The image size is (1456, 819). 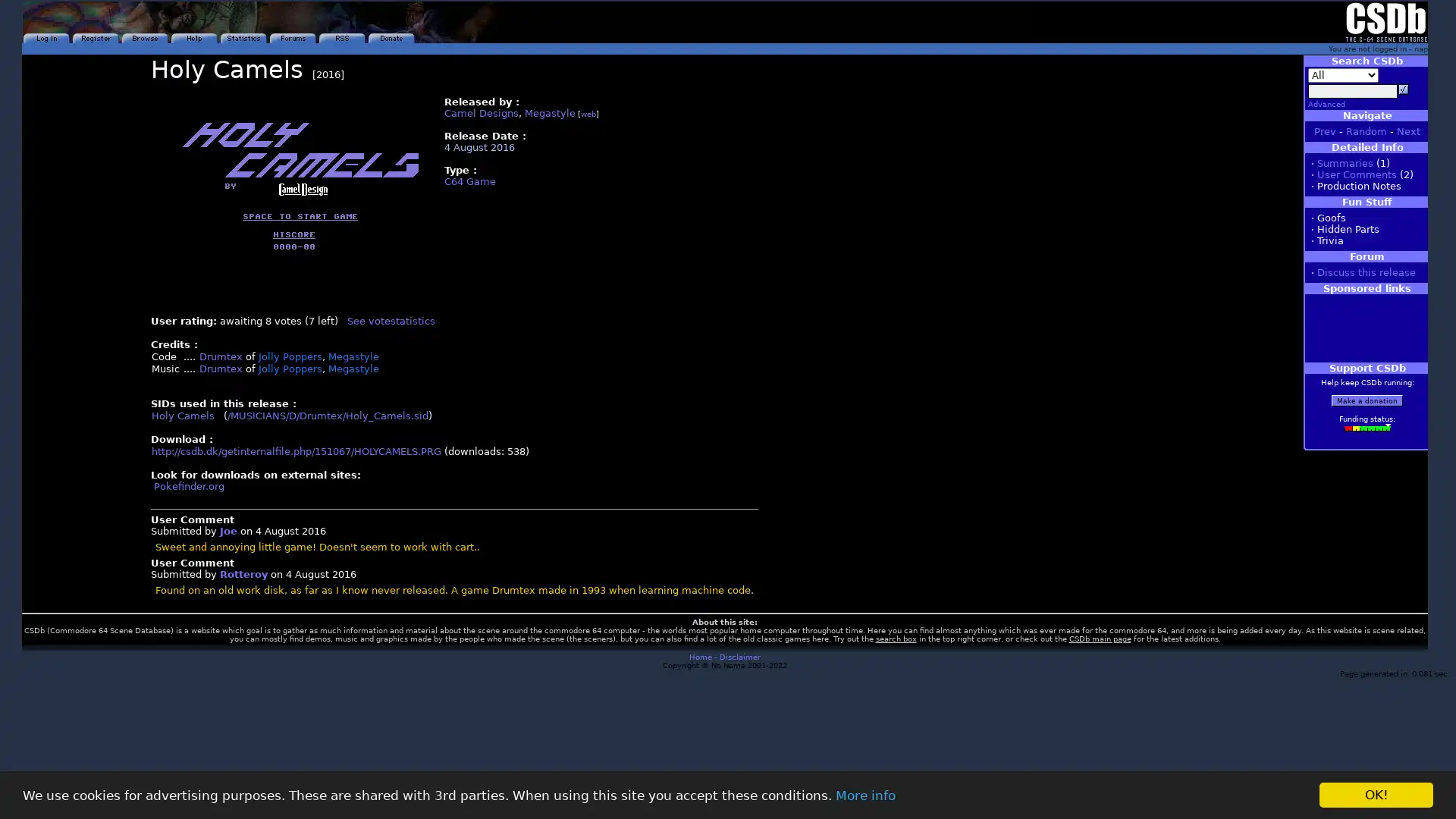 I want to click on Make a donation, so click(x=1367, y=400).